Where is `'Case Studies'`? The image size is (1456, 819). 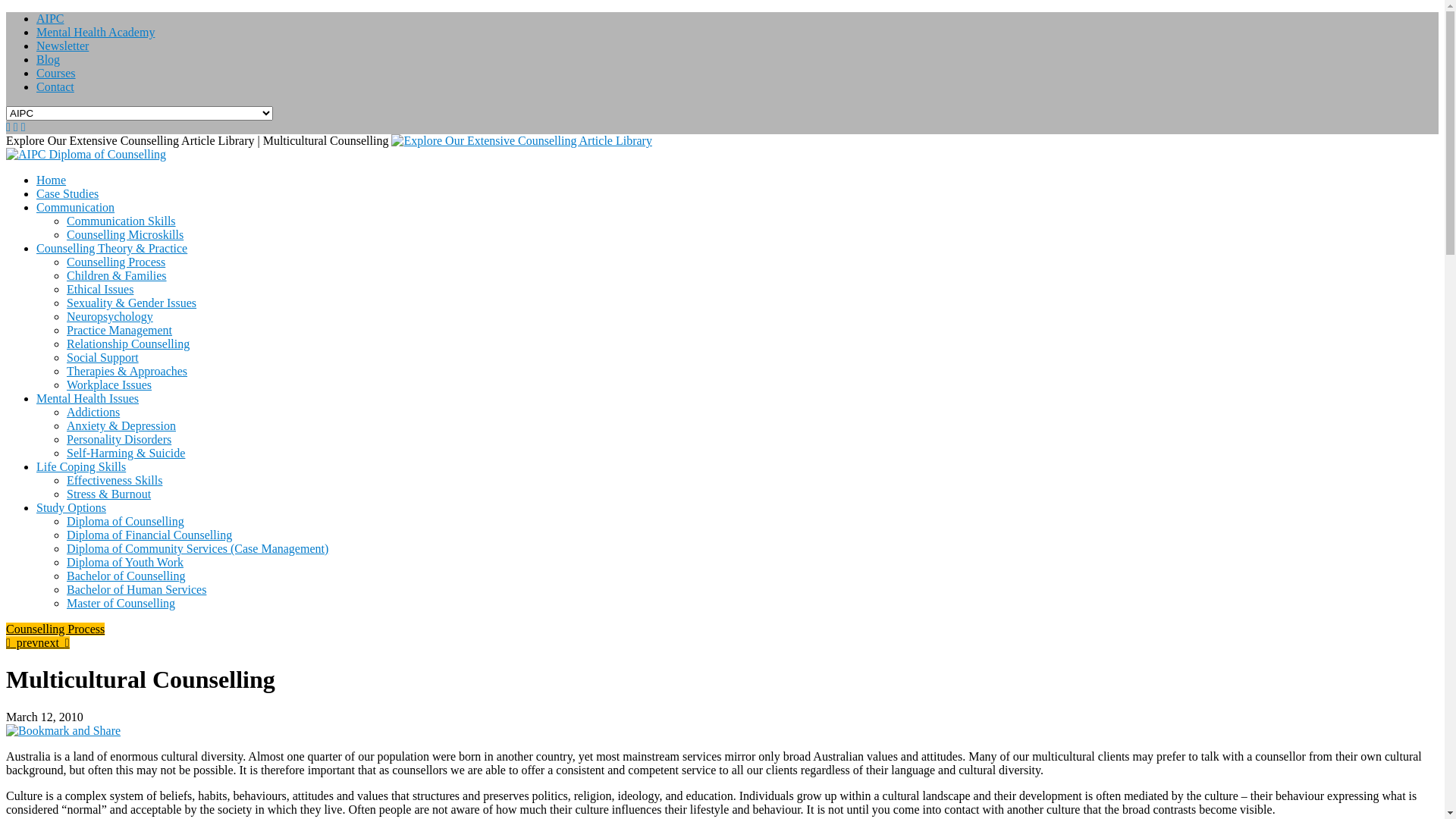 'Case Studies' is located at coordinates (67, 193).